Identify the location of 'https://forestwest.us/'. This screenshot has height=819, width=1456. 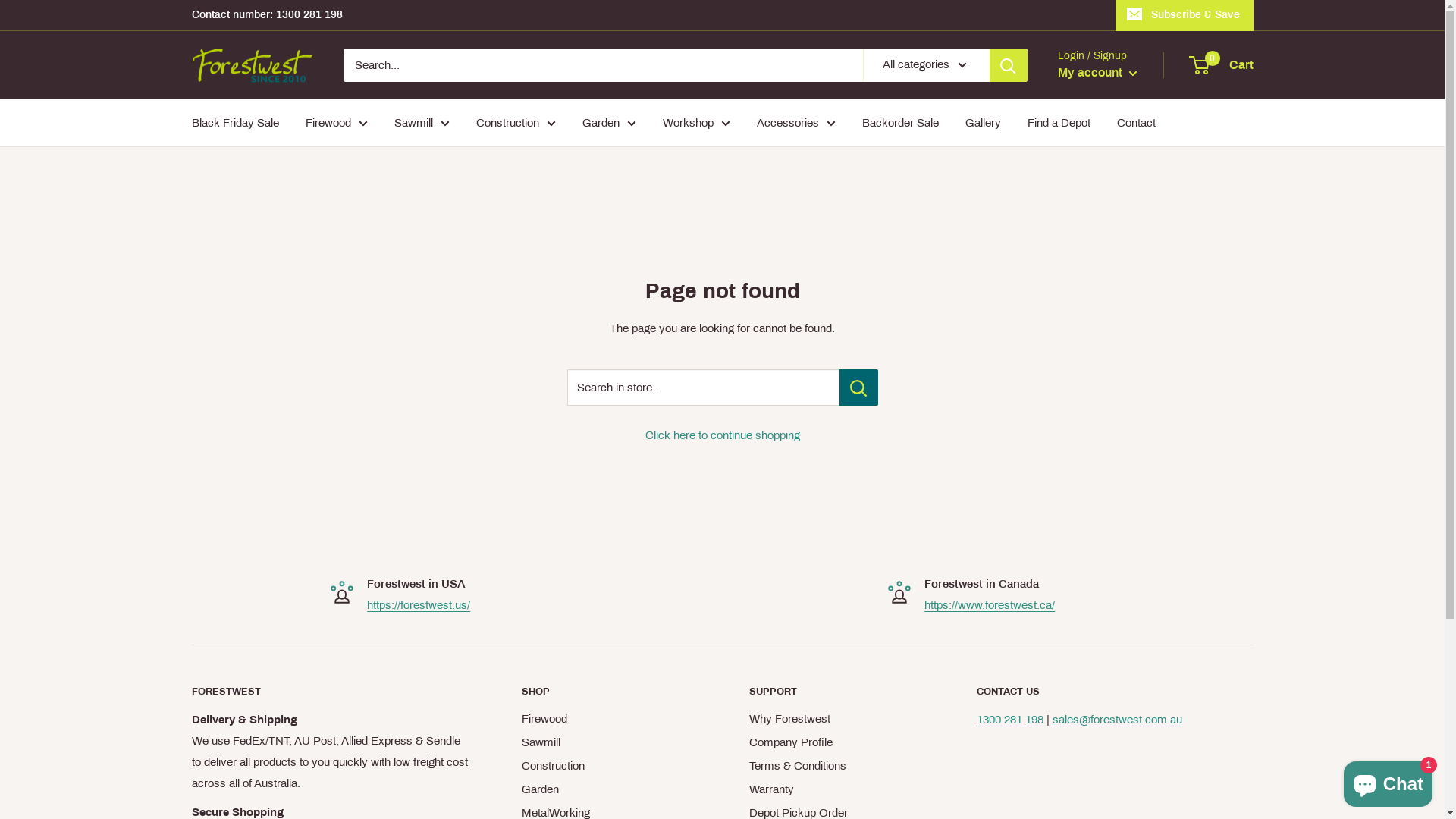
(367, 604).